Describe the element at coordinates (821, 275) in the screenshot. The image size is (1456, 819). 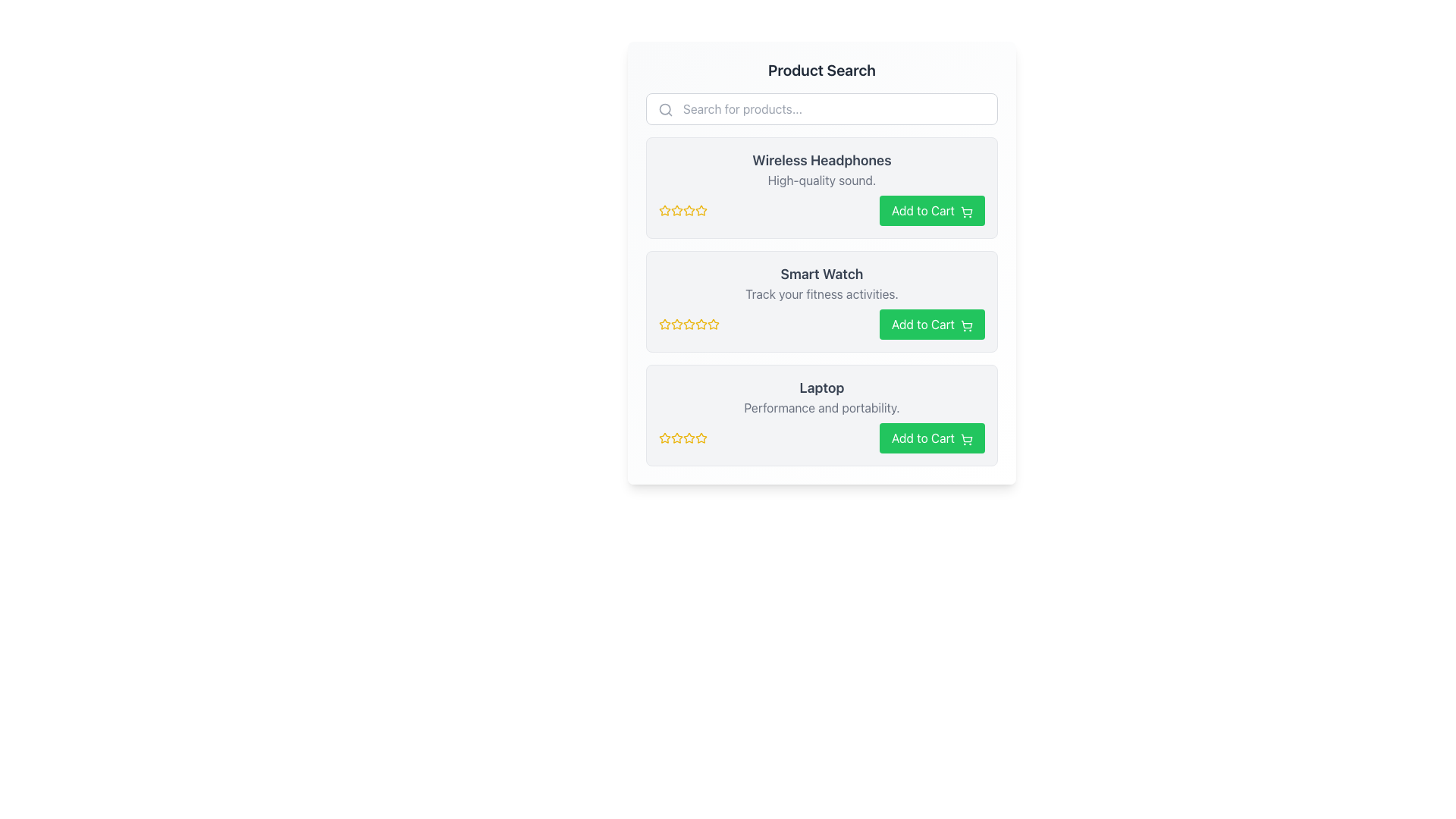
I see `text displayed in the static label that shows the product name 'Smart Watch', which is centrally positioned at the top of the product details` at that location.